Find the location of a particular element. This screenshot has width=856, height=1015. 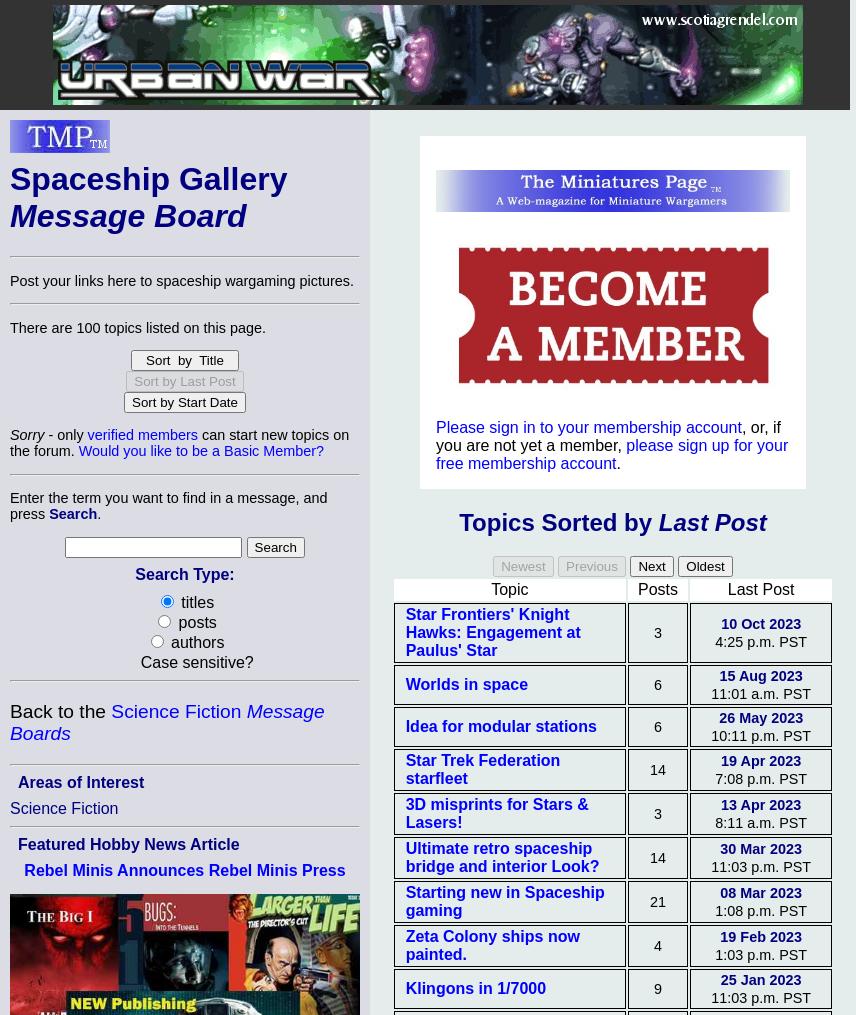

'19 Feb 2023' is located at coordinates (759, 936).